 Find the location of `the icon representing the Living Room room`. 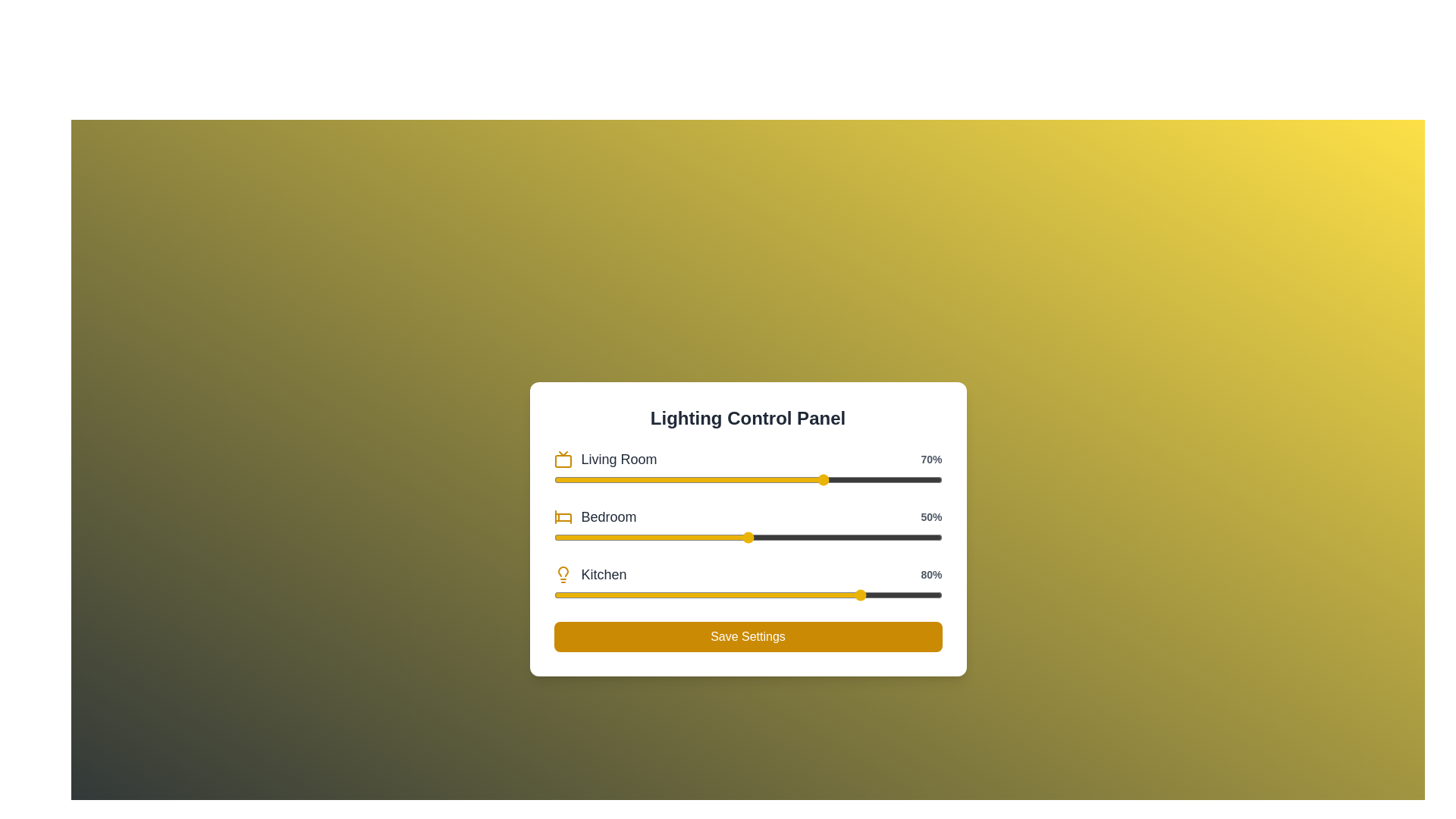

the icon representing the Living Room room is located at coordinates (562, 458).